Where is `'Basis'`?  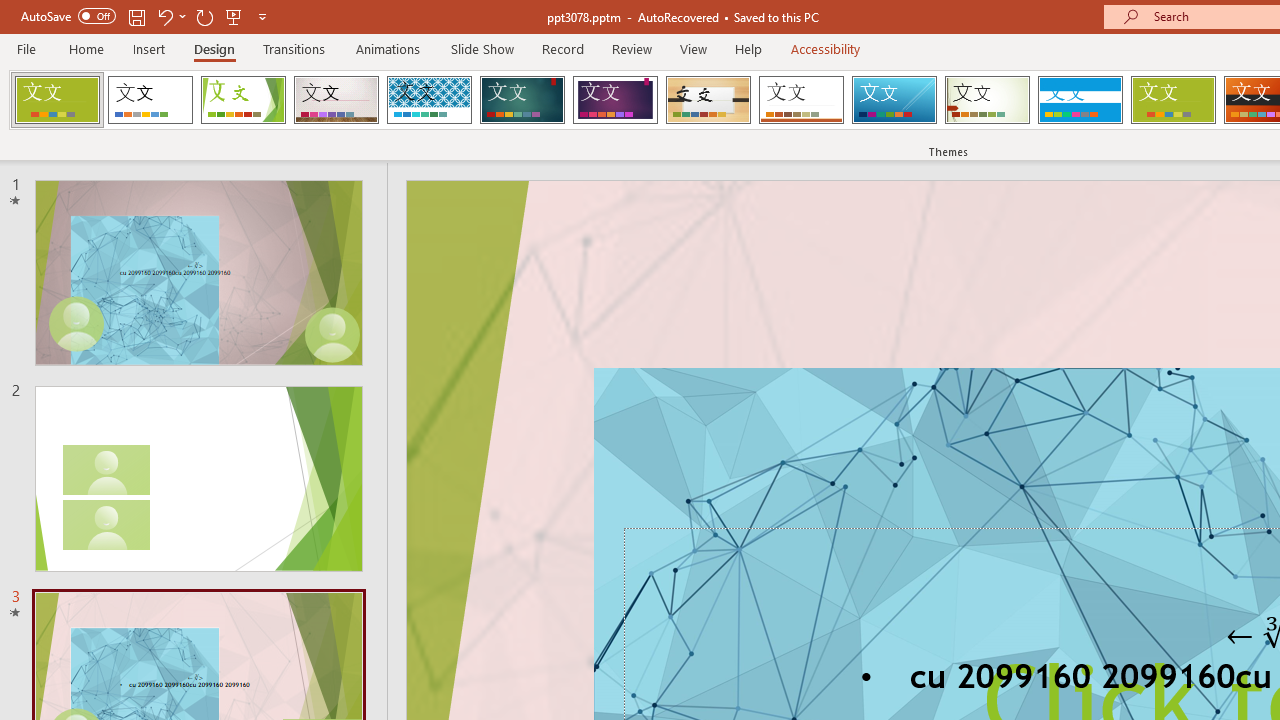
'Basis' is located at coordinates (1173, 100).